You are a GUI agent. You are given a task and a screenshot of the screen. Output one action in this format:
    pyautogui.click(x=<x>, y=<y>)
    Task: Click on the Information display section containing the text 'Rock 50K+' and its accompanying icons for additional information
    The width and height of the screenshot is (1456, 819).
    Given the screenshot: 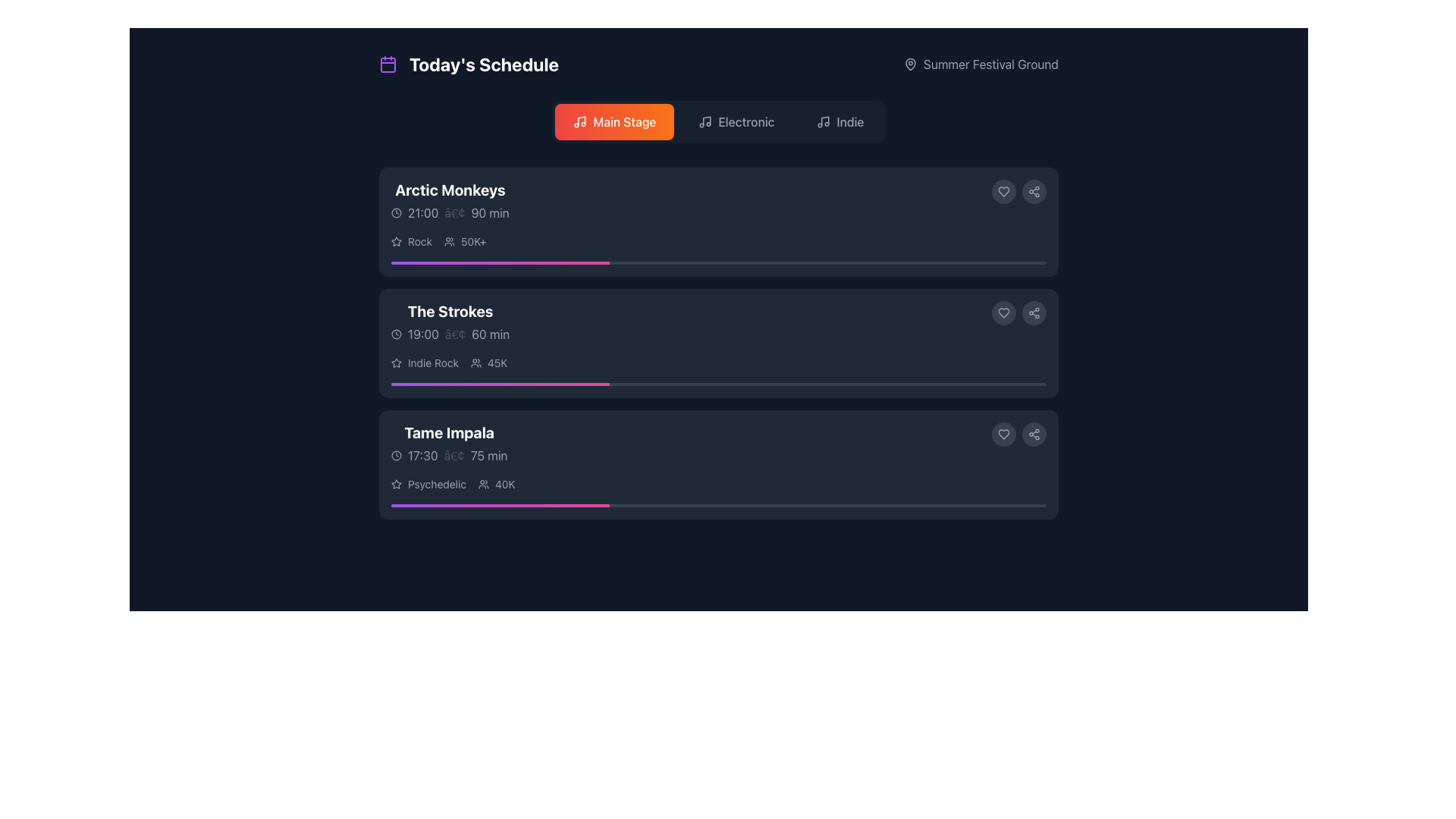 What is the action you would take?
    pyautogui.click(x=718, y=241)
    